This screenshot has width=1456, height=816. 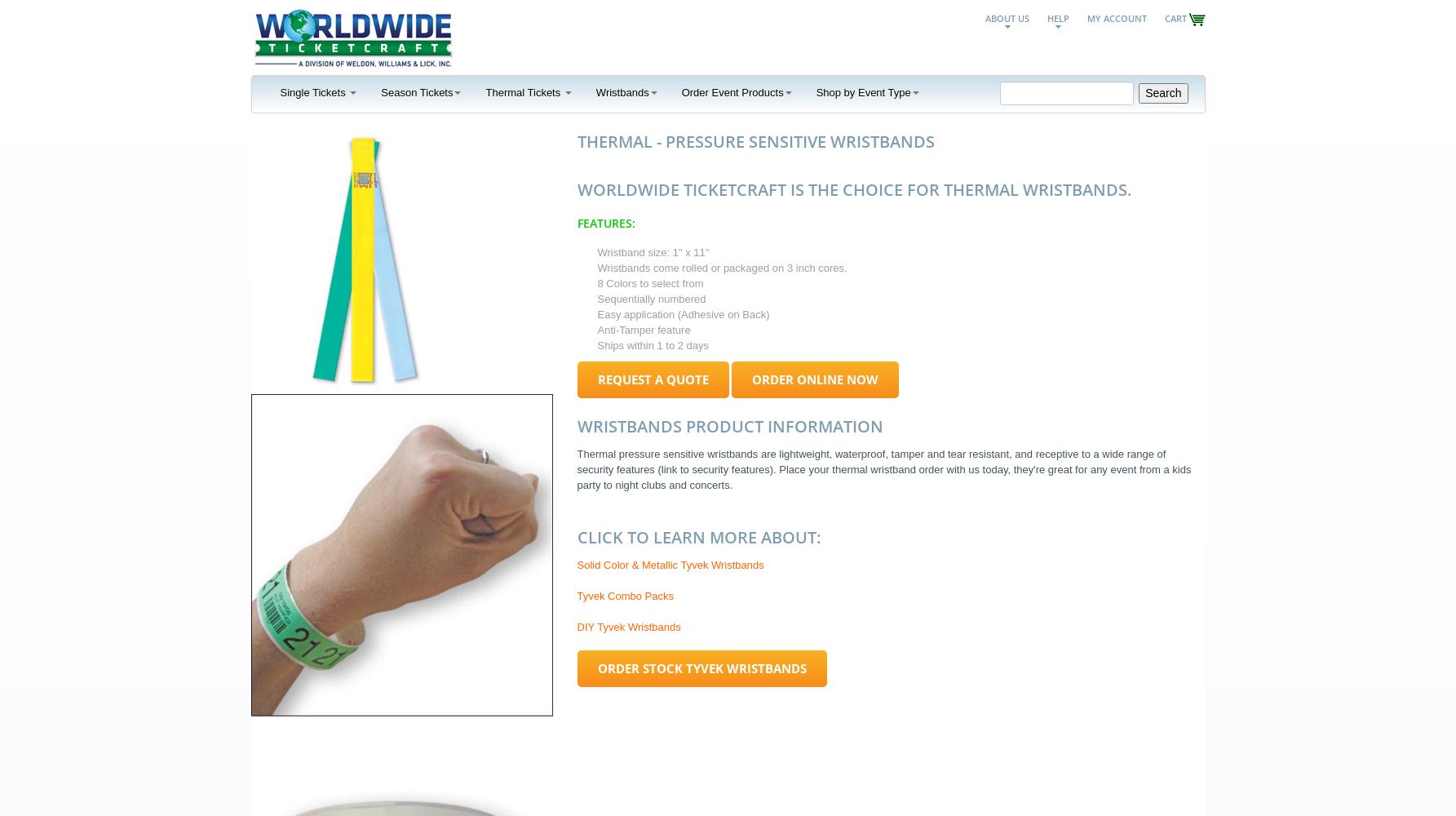 I want to click on 'Season Tickets', so click(x=417, y=91).